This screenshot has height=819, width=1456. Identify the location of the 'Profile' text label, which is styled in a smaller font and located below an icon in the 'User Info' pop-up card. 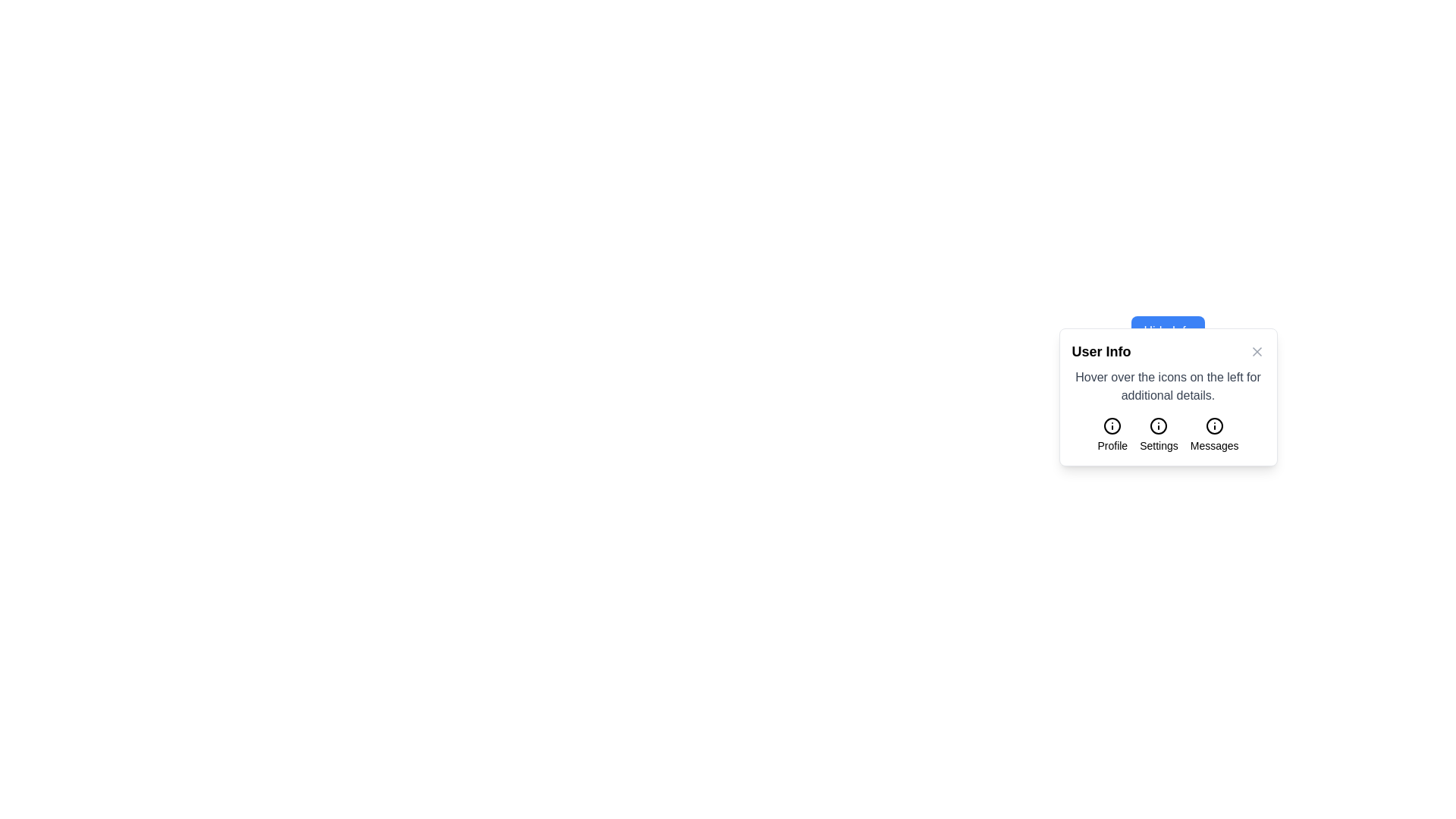
(1112, 444).